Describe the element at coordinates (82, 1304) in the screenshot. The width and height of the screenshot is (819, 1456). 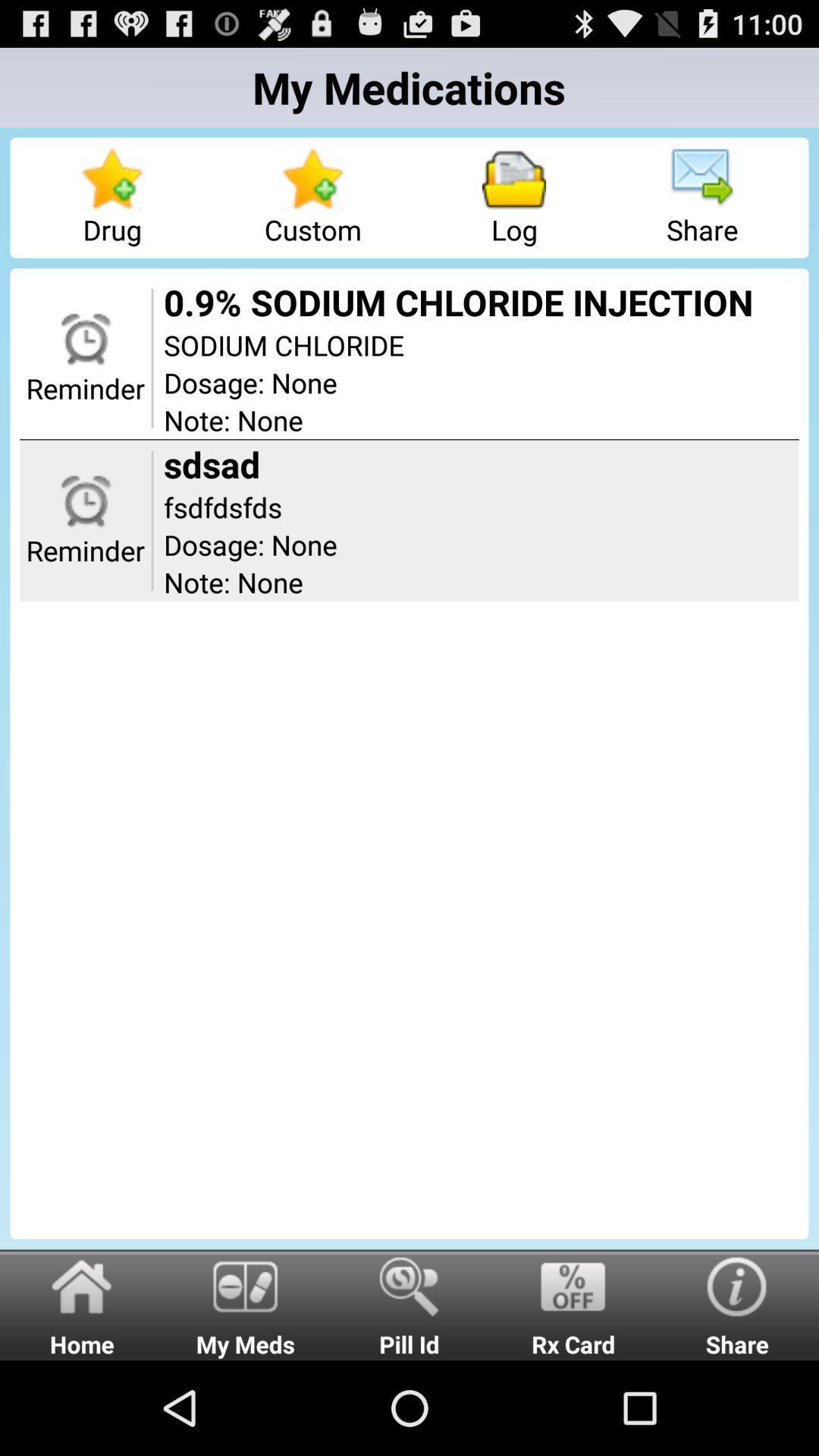
I see `home icon` at that location.